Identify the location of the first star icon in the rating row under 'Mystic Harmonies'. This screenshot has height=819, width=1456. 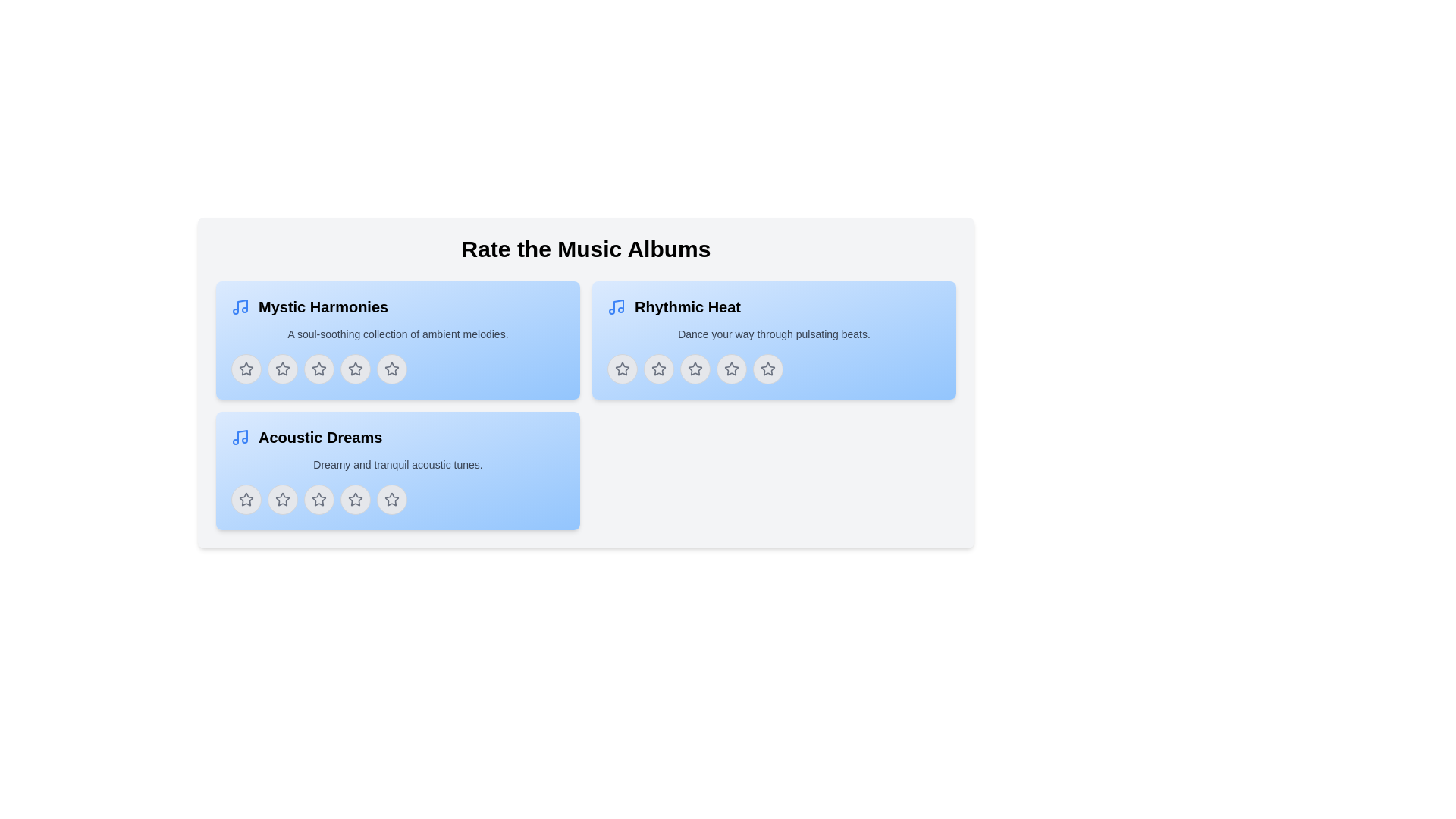
(246, 369).